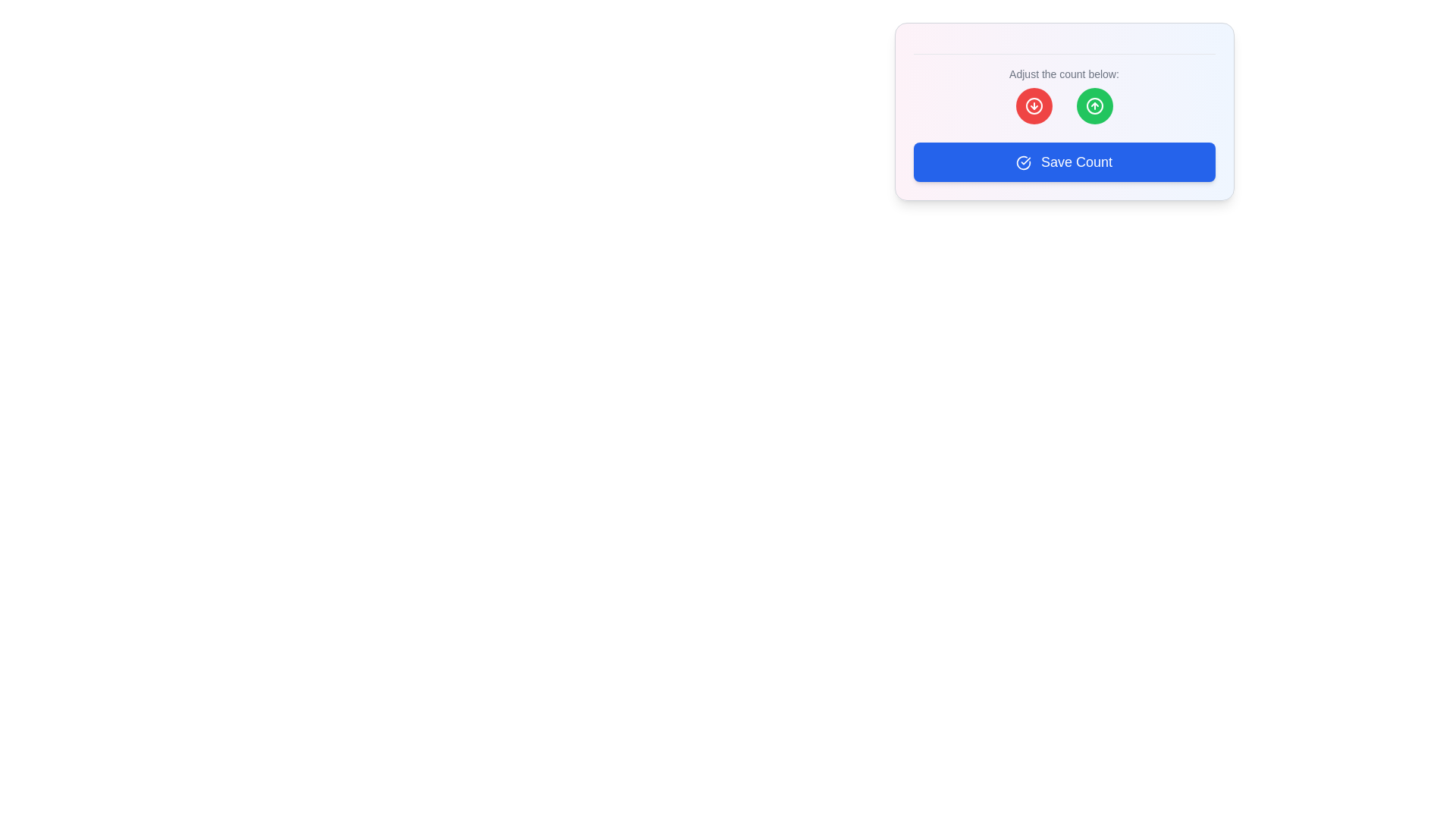 The image size is (1456, 819). What do you see at coordinates (1094, 105) in the screenshot?
I see `the SVG circle element with a radius of 10 units, which is part of an icon located in the upper section of the panel labeled 'Adjust the count below:'` at bounding box center [1094, 105].